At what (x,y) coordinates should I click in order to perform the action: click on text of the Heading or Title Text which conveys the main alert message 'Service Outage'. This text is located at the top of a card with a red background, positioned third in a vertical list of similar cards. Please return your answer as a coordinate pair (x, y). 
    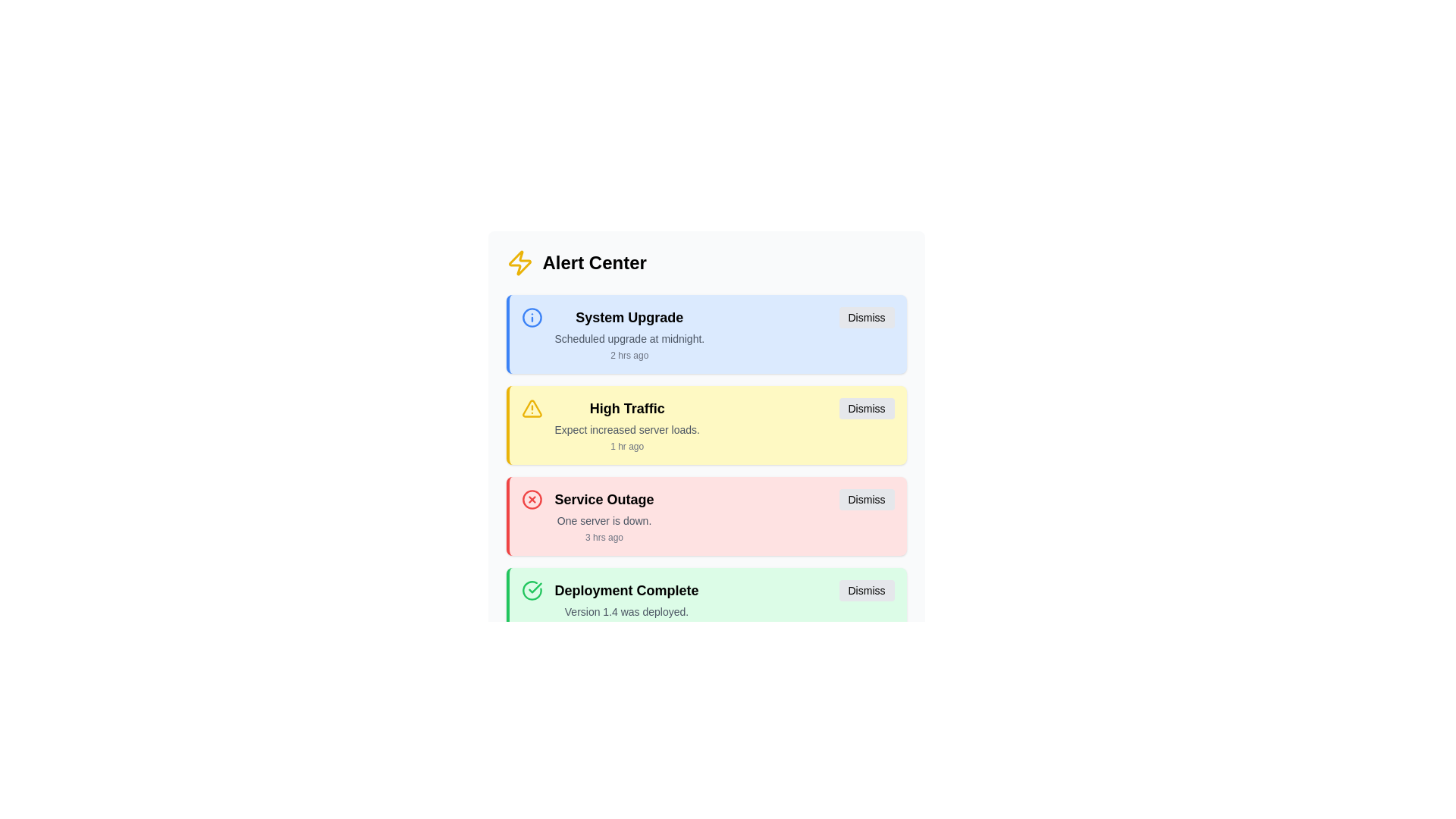
    Looking at the image, I should click on (603, 500).